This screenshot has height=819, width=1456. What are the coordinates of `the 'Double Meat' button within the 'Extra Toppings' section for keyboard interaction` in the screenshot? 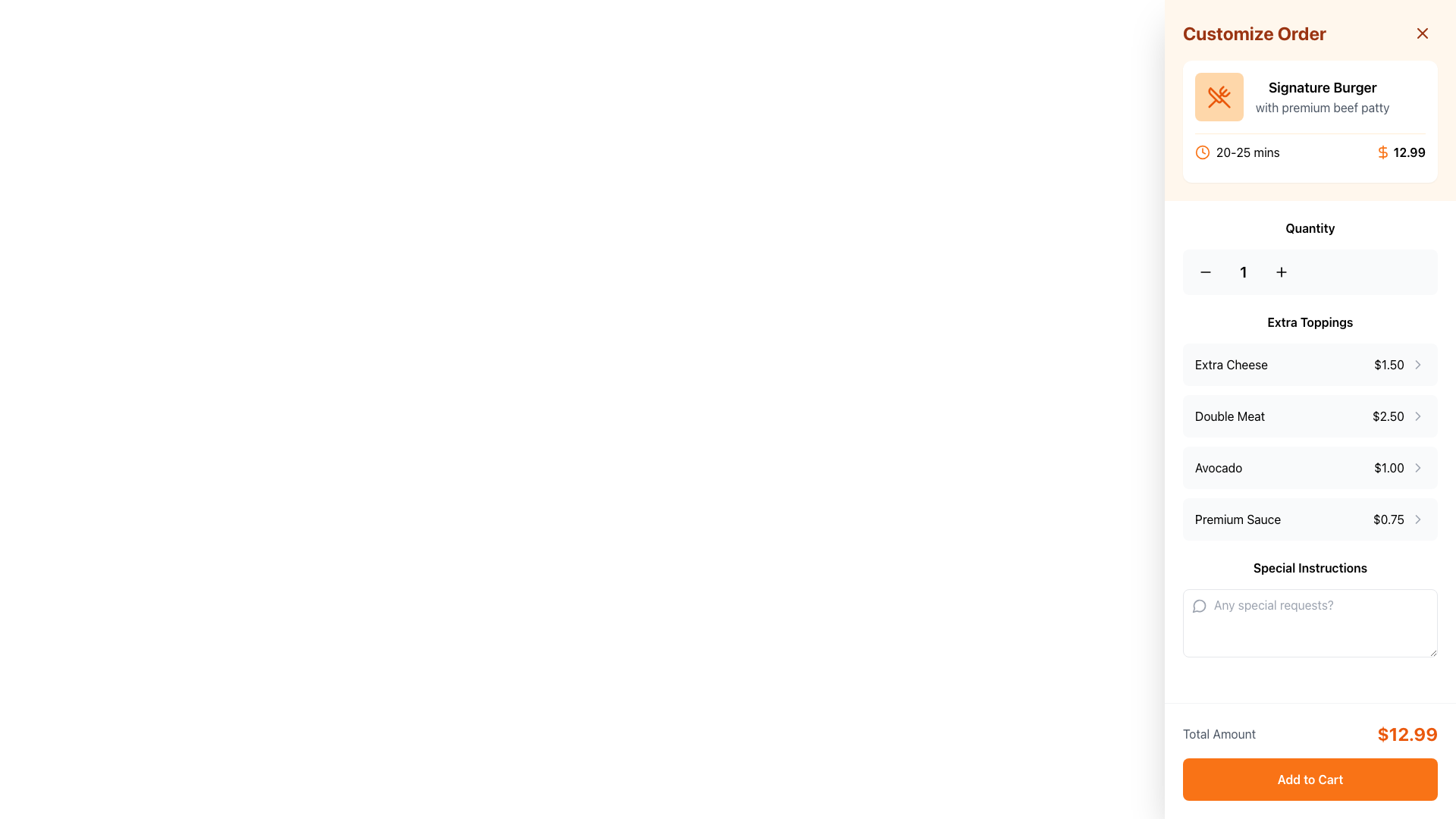 It's located at (1310, 416).